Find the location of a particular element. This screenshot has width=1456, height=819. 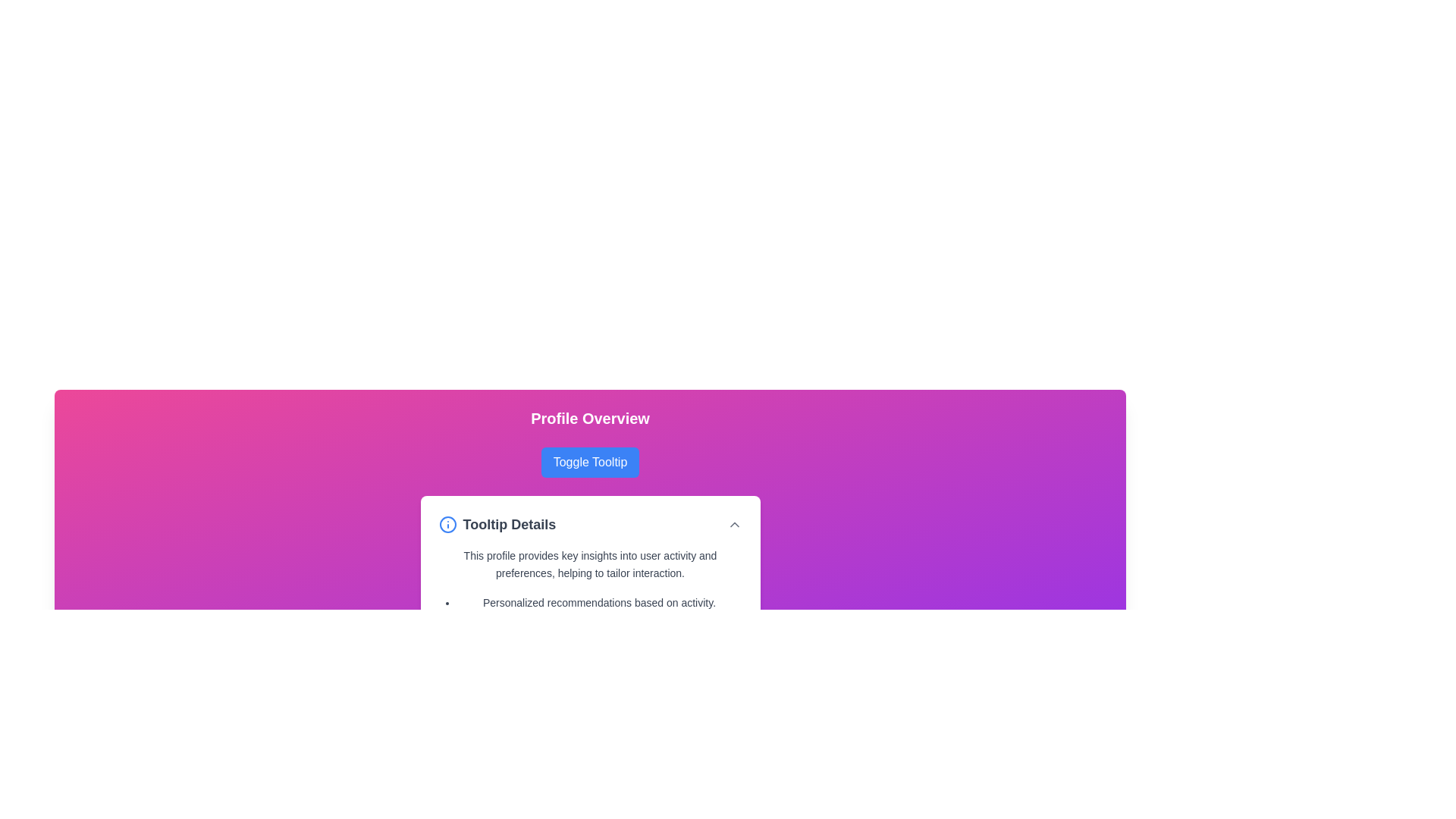

the rectangular 'Toggle Tooltip' button with a blue background and white text is located at coordinates (589, 461).